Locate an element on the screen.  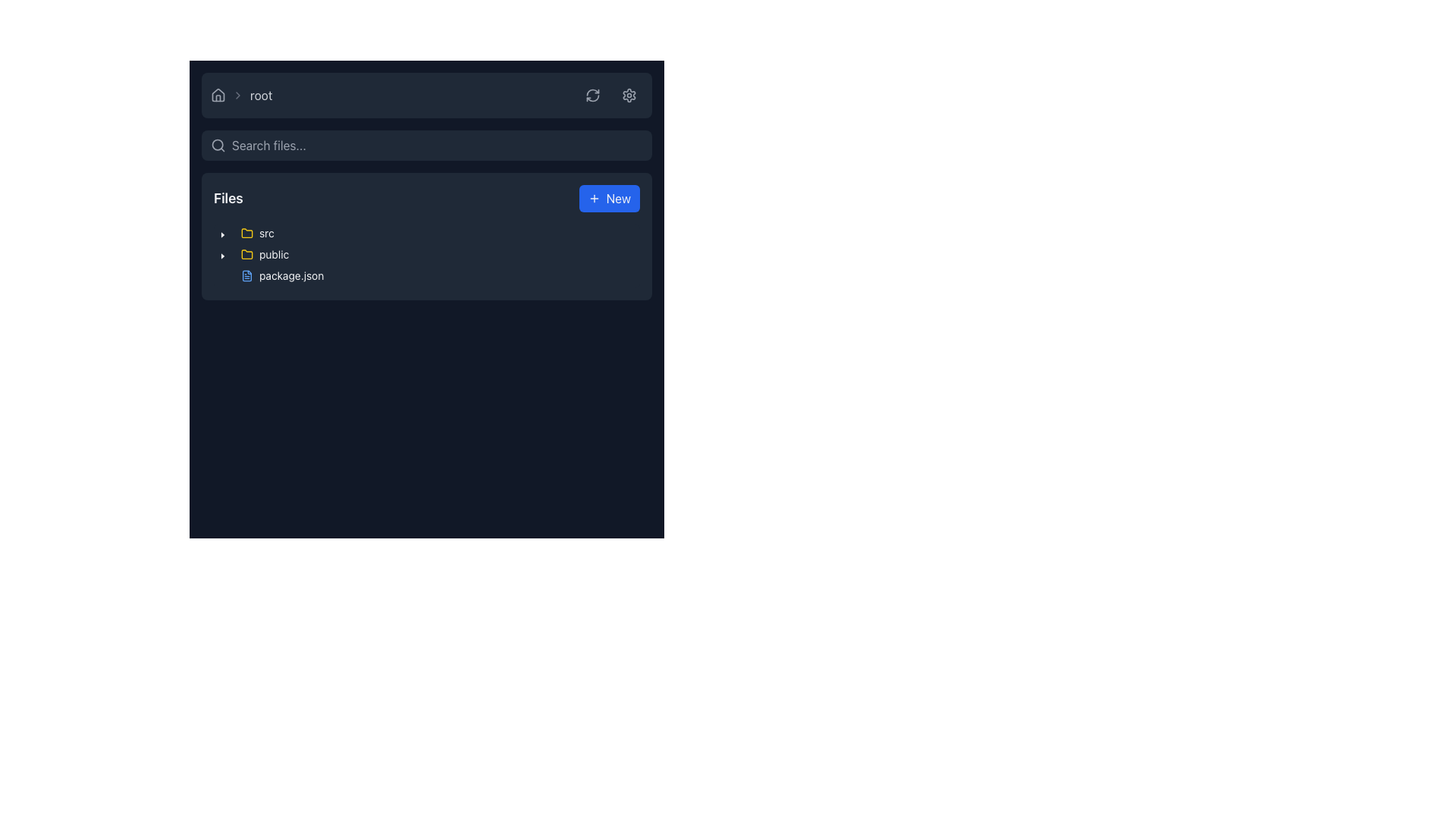
the 'public' directory label located in the file list section under the 'Files' header is located at coordinates (265, 253).